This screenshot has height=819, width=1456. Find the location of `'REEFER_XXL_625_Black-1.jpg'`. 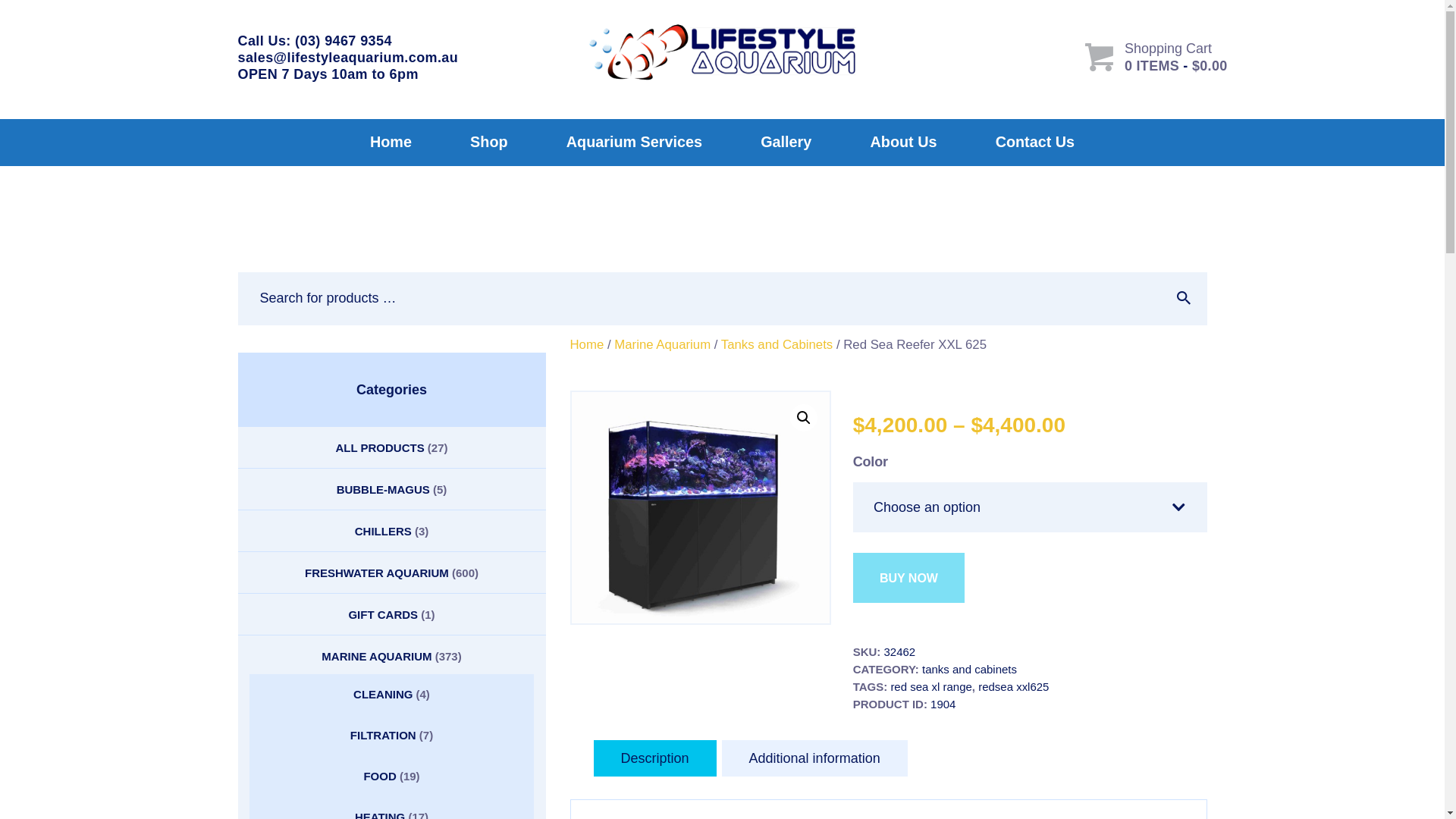

'REEFER_XXL_625_Black-1.jpg' is located at coordinates (700, 507).